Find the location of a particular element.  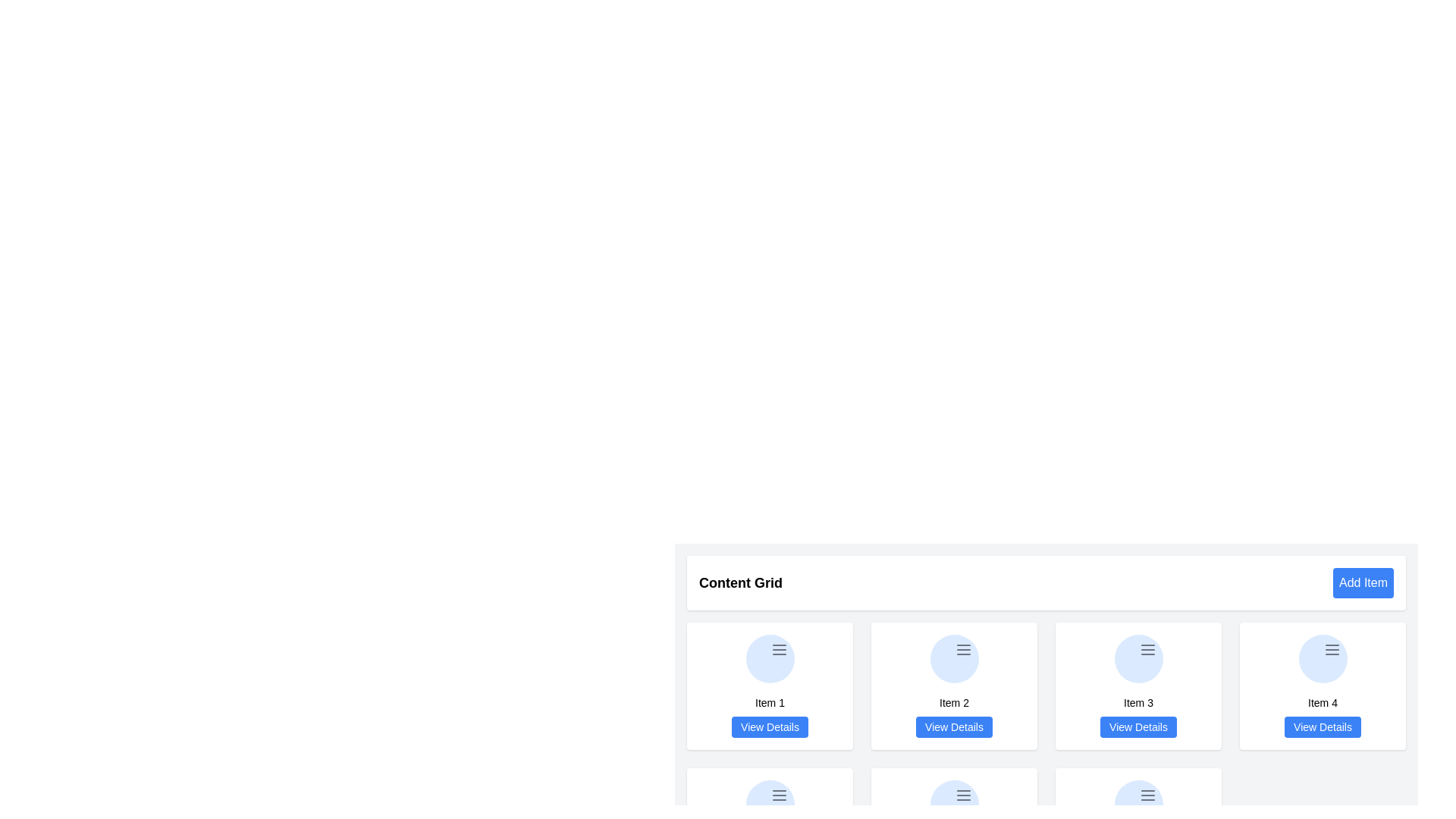

the circular icon with a light blue background and three horizontal lines, located above 'Item 1' and the 'View Details' button is located at coordinates (770, 657).